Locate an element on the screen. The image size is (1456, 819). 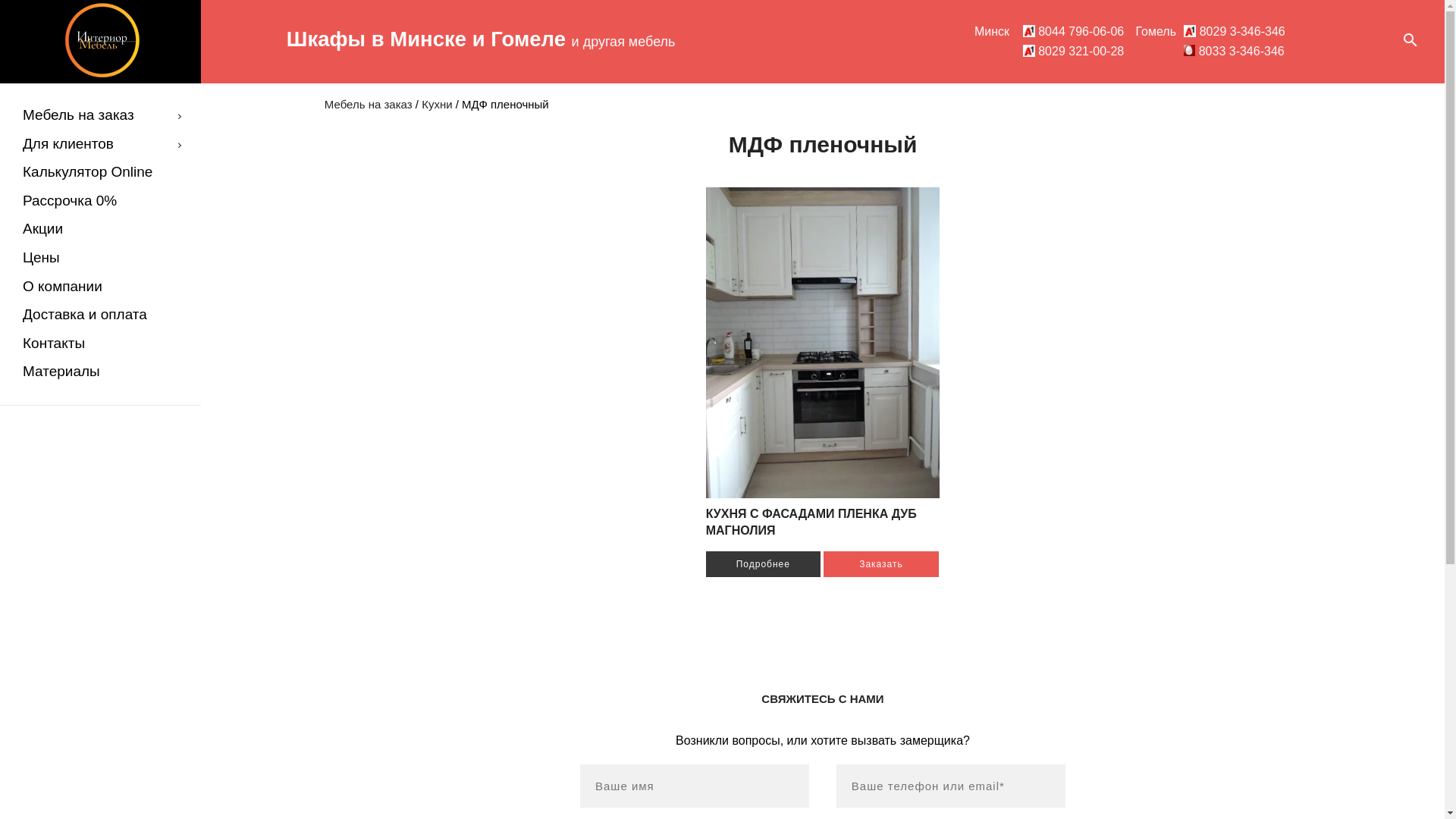
'8033 3-346-346' is located at coordinates (1234, 50).